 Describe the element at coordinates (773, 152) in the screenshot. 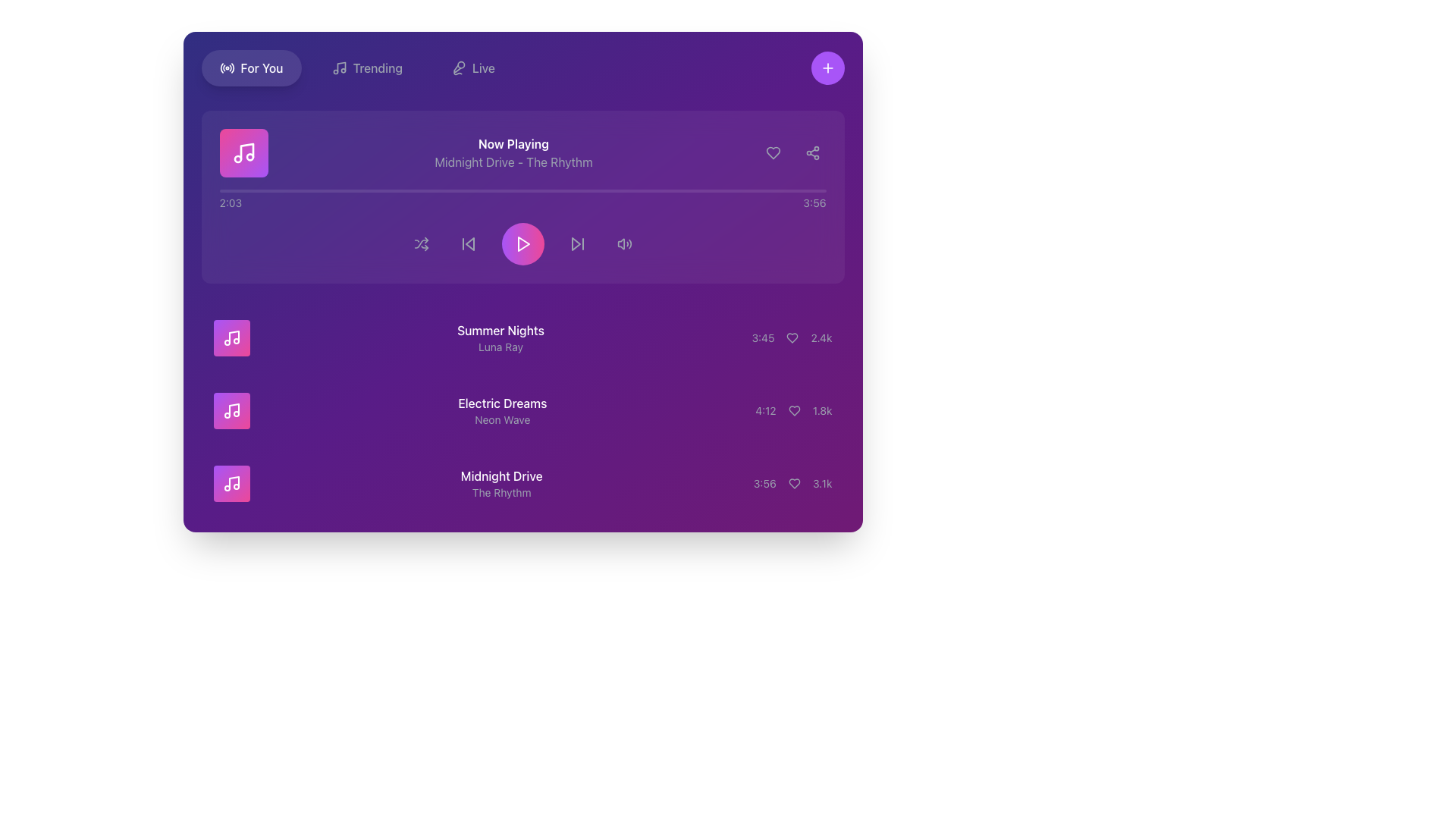

I see `the heart icon at the far-right corner of the 'Now Playing' section` at that location.